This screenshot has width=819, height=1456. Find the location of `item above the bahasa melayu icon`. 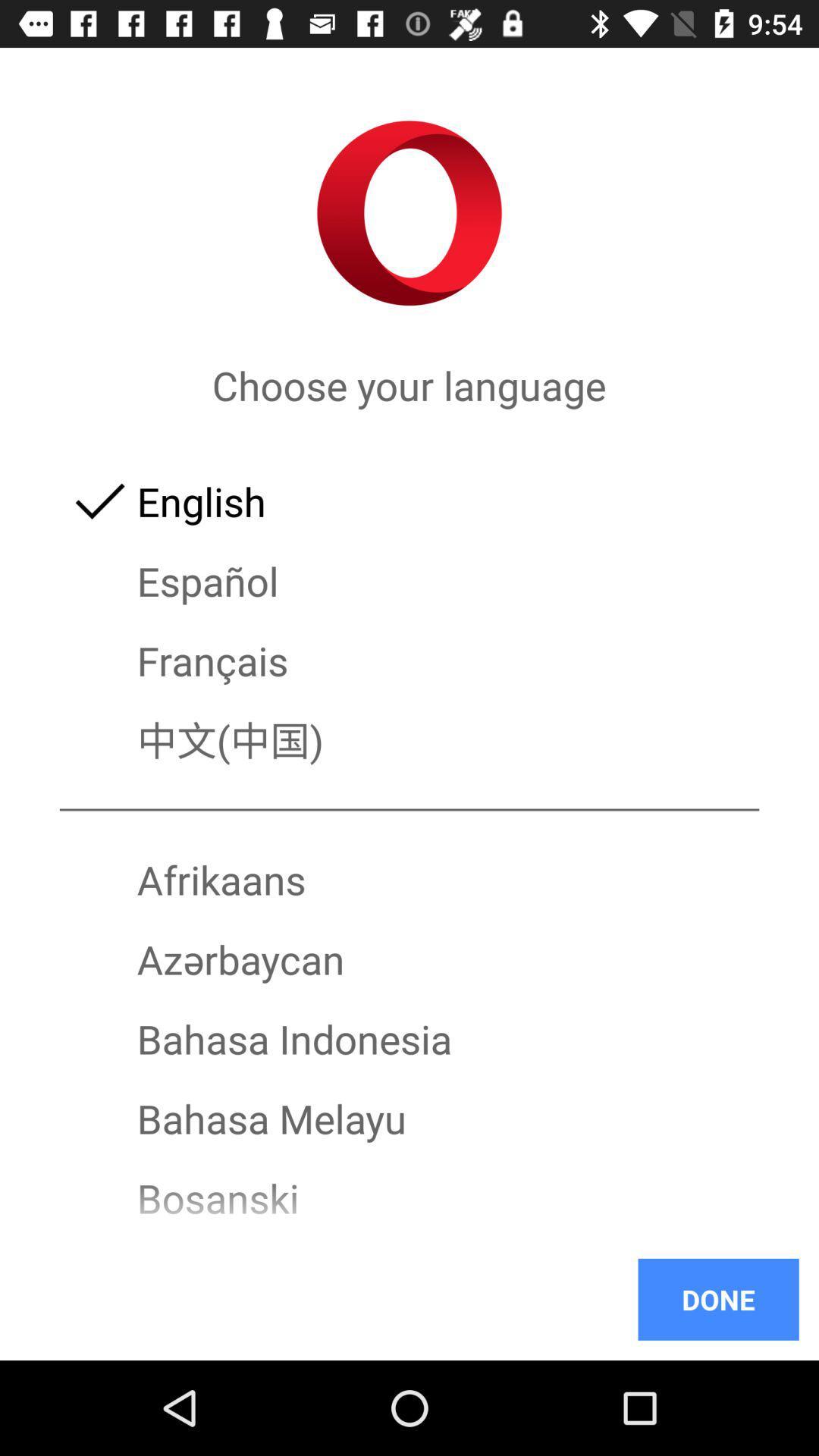

item above the bahasa melayu icon is located at coordinates (409, 1038).